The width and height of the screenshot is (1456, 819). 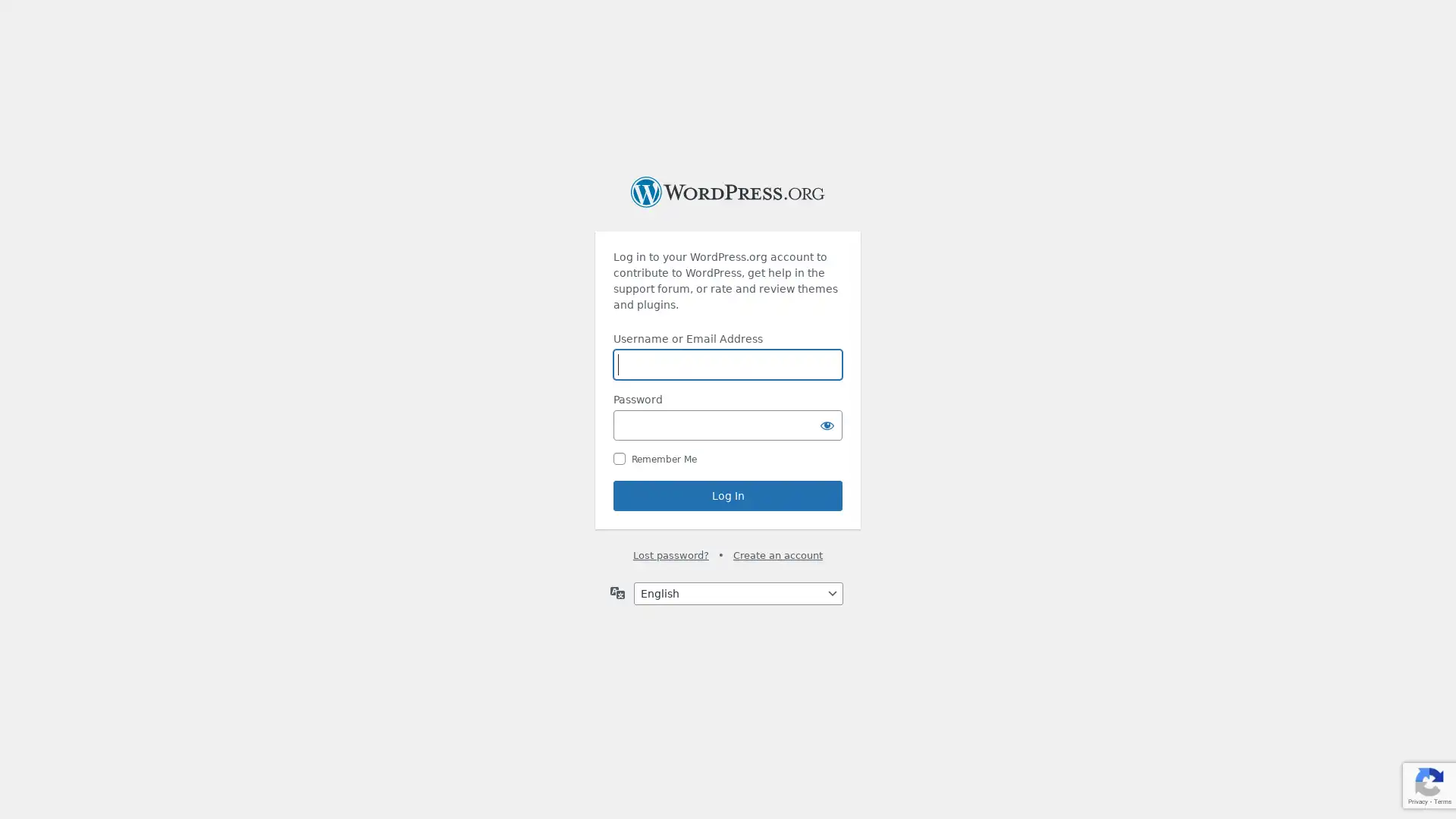 I want to click on Show password, so click(x=826, y=425).